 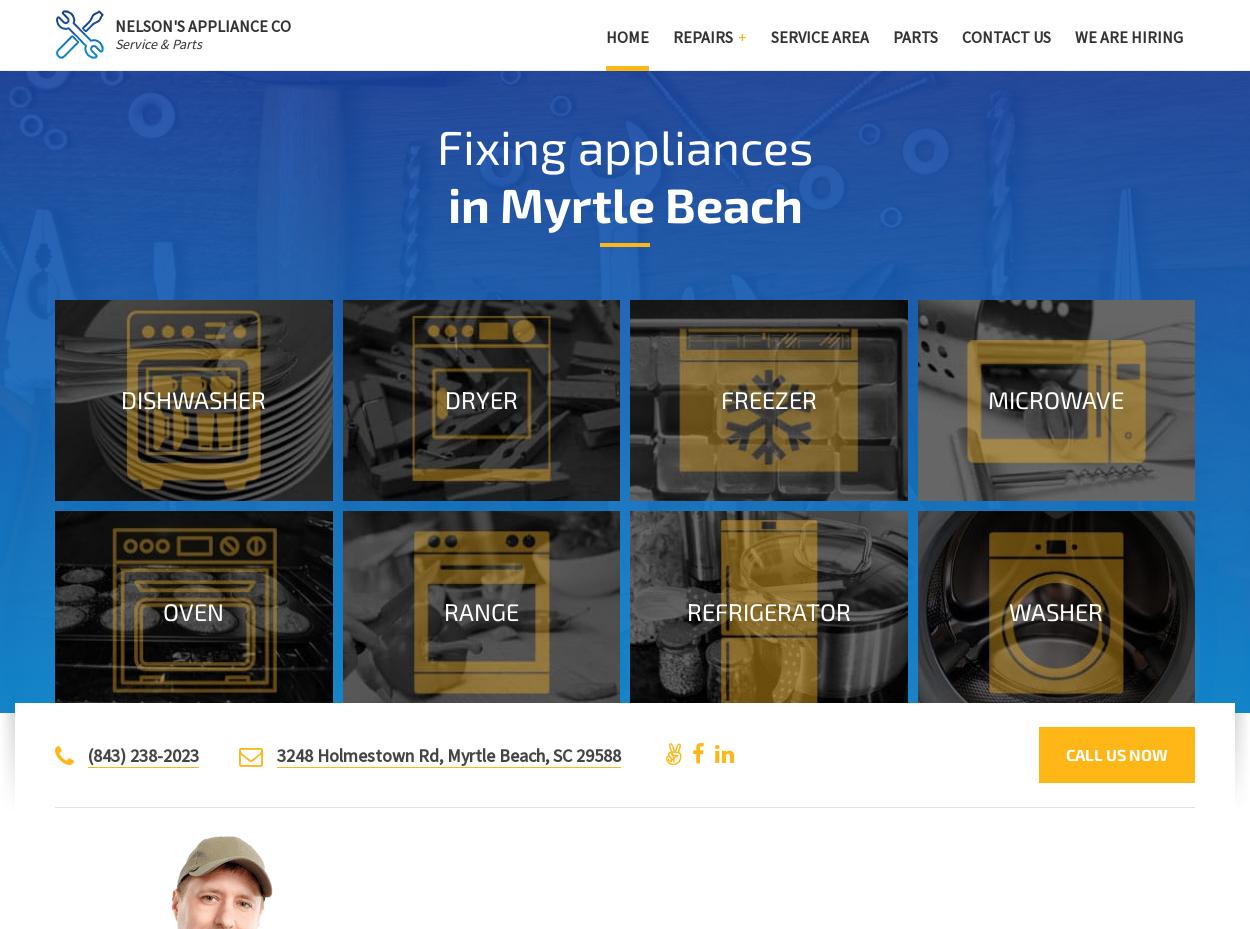 What do you see at coordinates (1116, 752) in the screenshot?
I see `'Call us now'` at bounding box center [1116, 752].